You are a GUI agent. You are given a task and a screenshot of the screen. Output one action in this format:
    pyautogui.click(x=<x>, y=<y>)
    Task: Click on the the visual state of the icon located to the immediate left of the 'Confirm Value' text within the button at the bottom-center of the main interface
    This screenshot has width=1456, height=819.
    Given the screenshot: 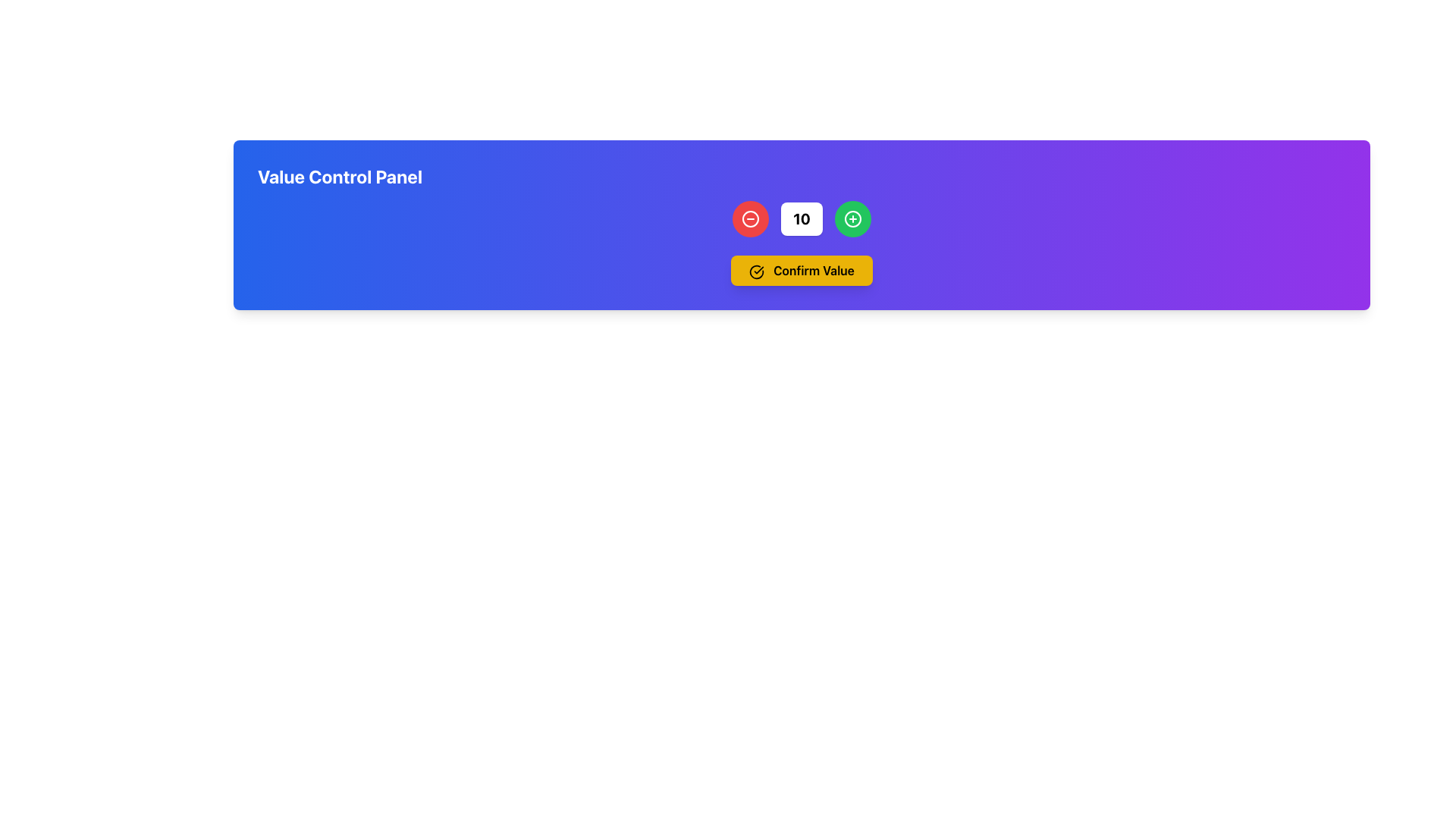 What is the action you would take?
    pyautogui.click(x=757, y=271)
    